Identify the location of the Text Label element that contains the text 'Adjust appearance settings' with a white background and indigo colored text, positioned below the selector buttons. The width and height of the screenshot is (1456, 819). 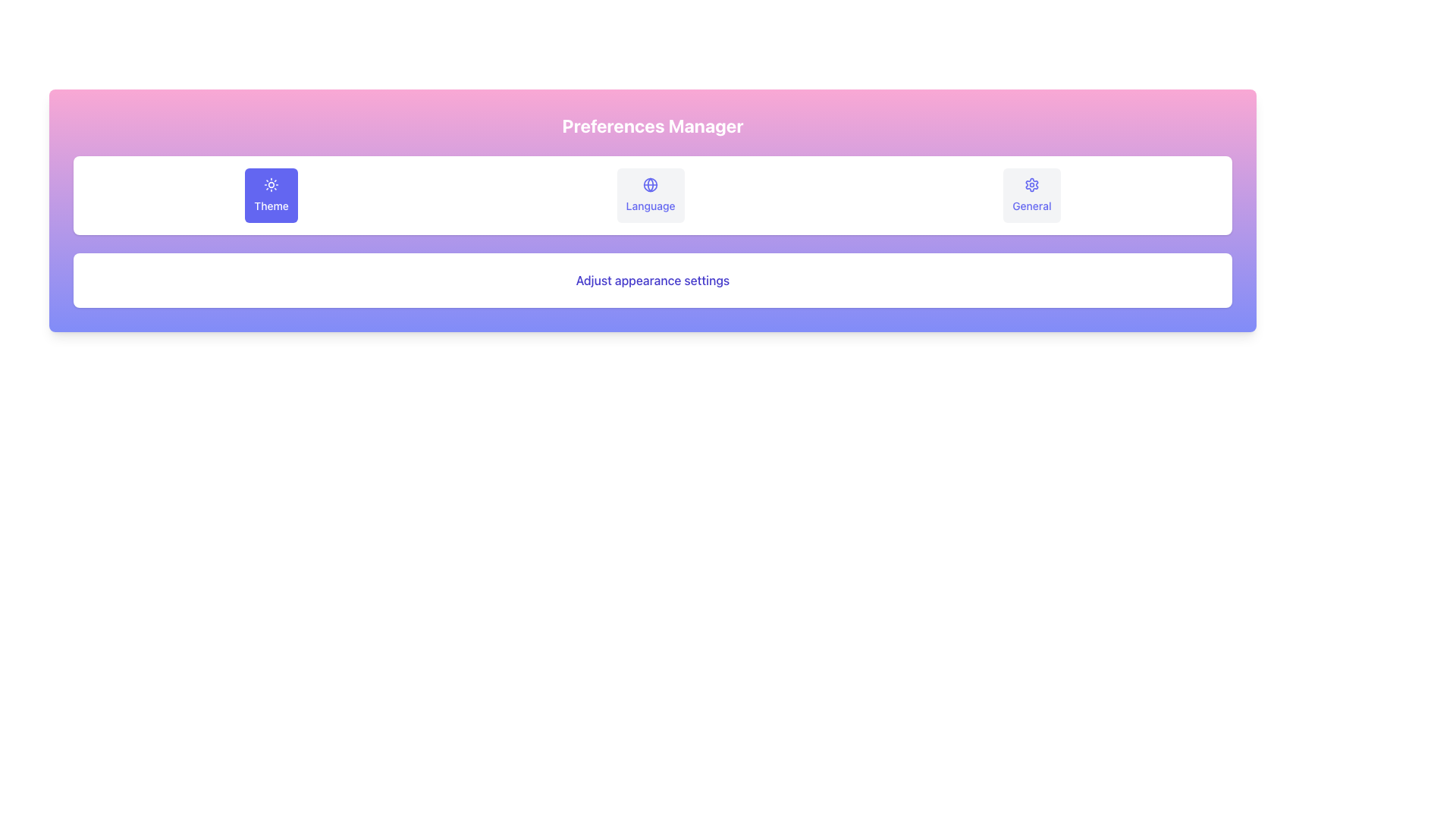
(652, 281).